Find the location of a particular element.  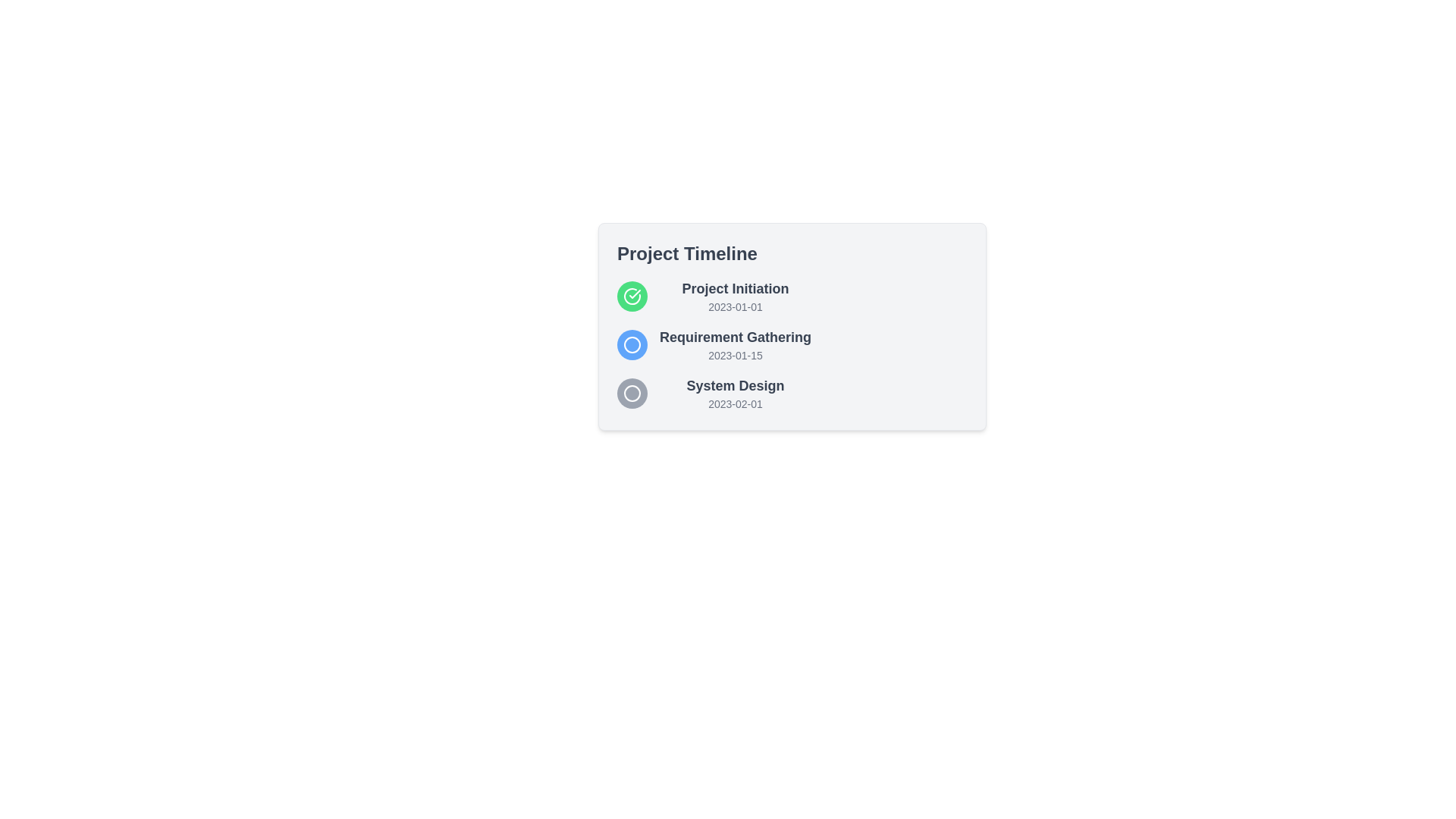

the 'Requirement Gathering' text component in the timeline, which is the second element and is identified by its associated date '2023-01-15' is located at coordinates (735, 345).